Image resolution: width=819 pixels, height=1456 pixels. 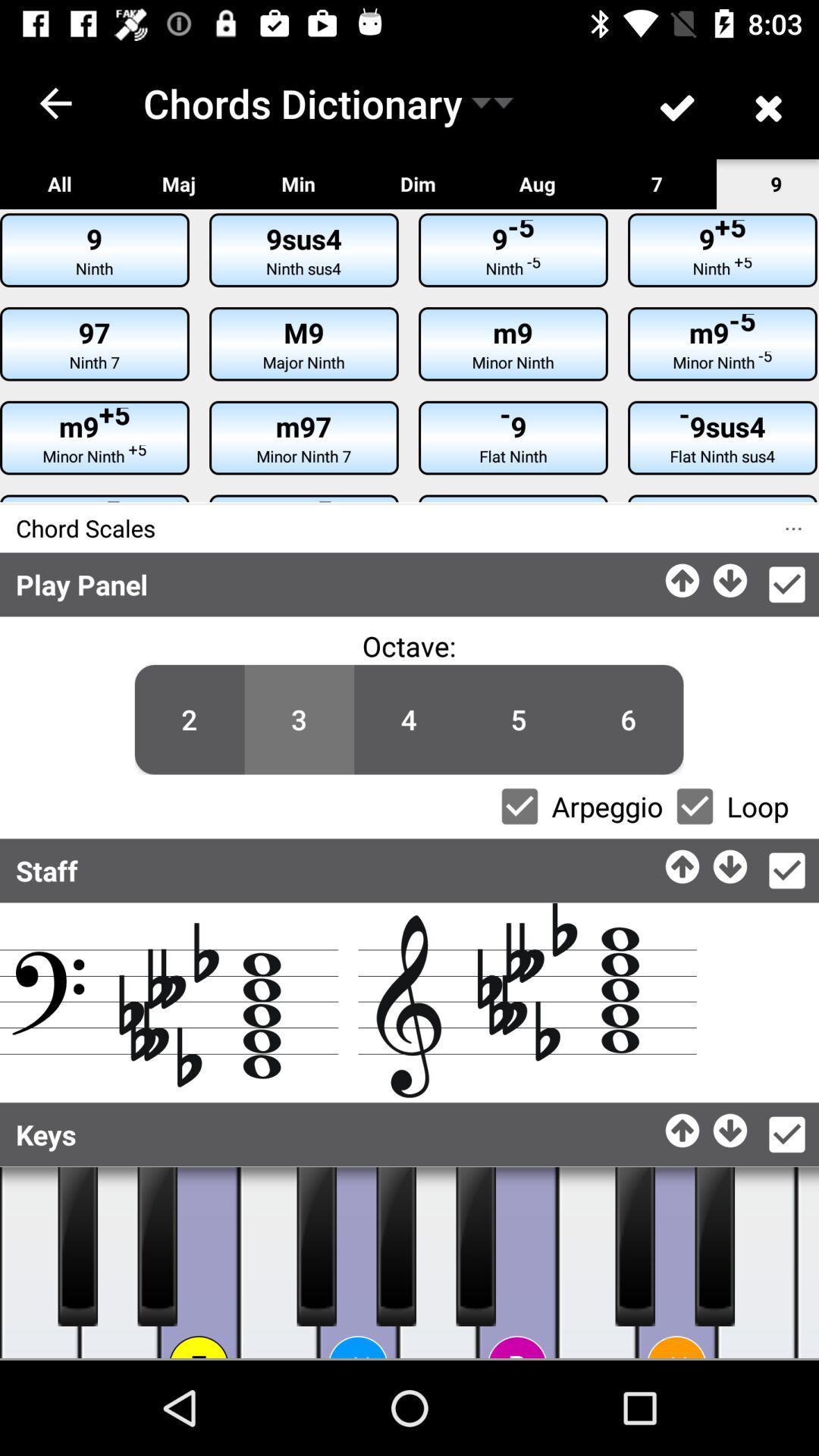 What do you see at coordinates (157, 1246) in the screenshot?
I see `music board key` at bounding box center [157, 1246].